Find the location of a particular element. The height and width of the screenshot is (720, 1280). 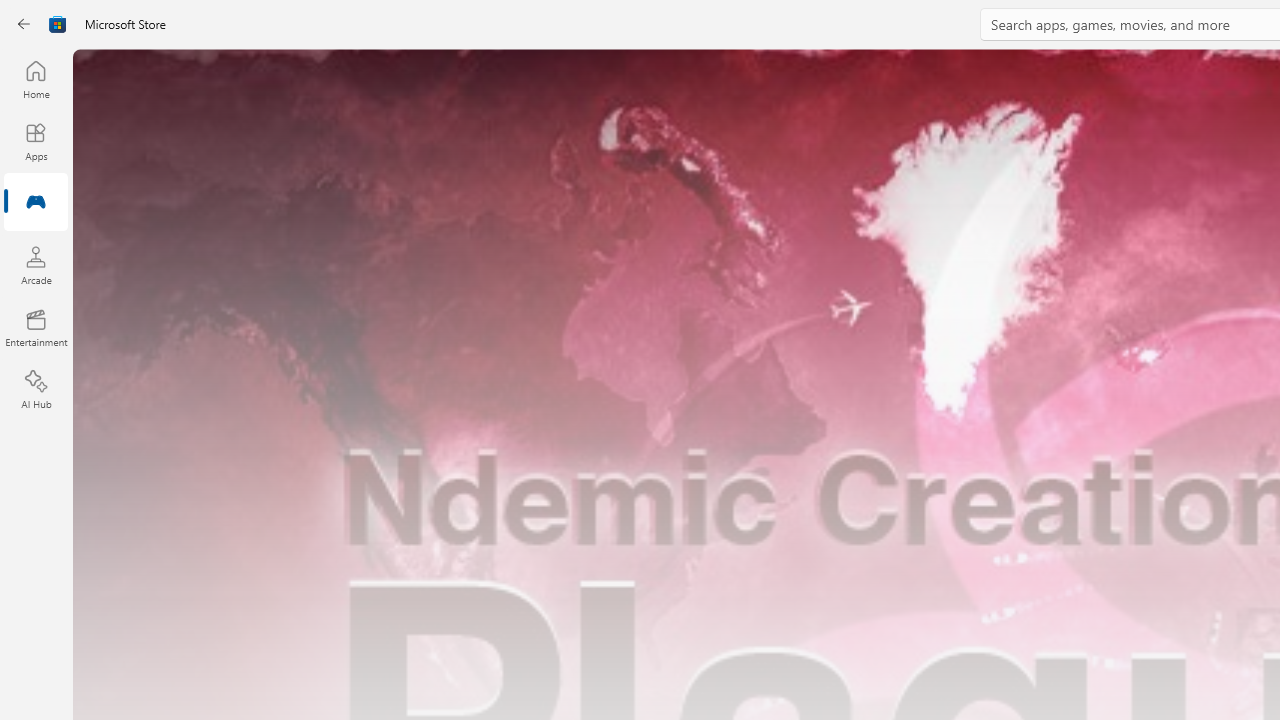

'AI Hub' is located at coordinates (35, 390).